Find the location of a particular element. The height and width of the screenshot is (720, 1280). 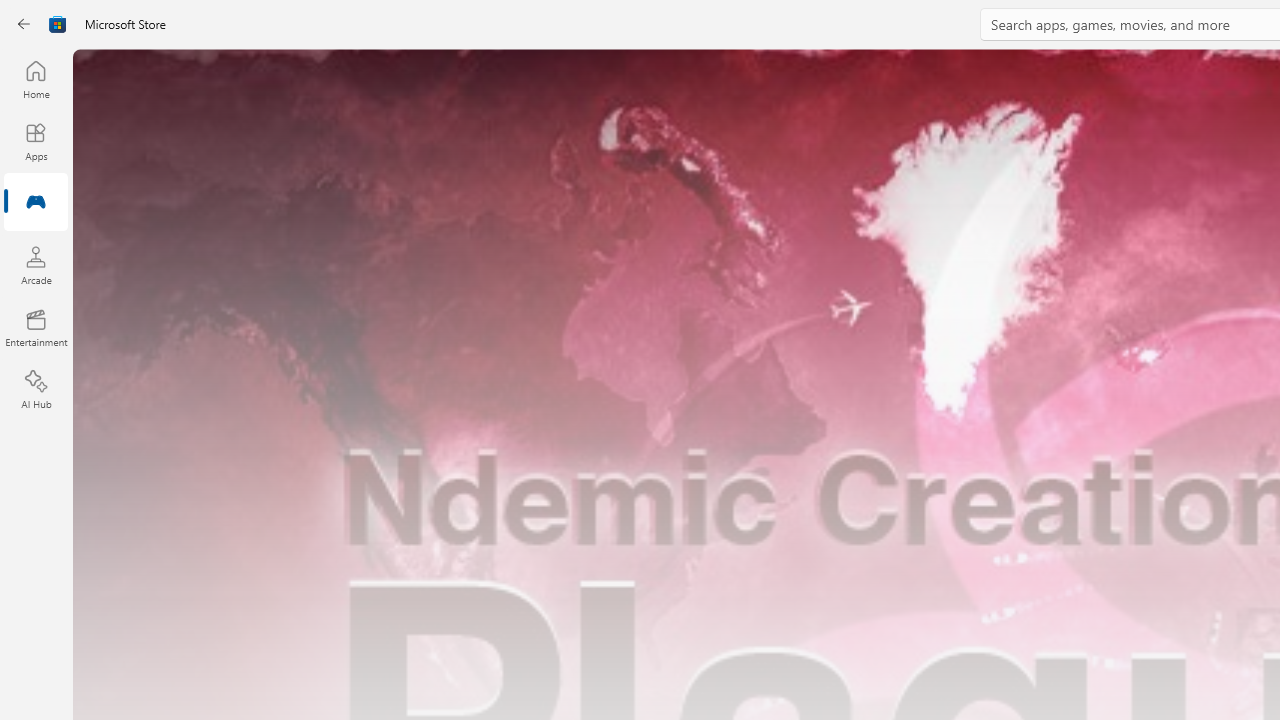

'AI Hub' is located at coordinates (35, 390).